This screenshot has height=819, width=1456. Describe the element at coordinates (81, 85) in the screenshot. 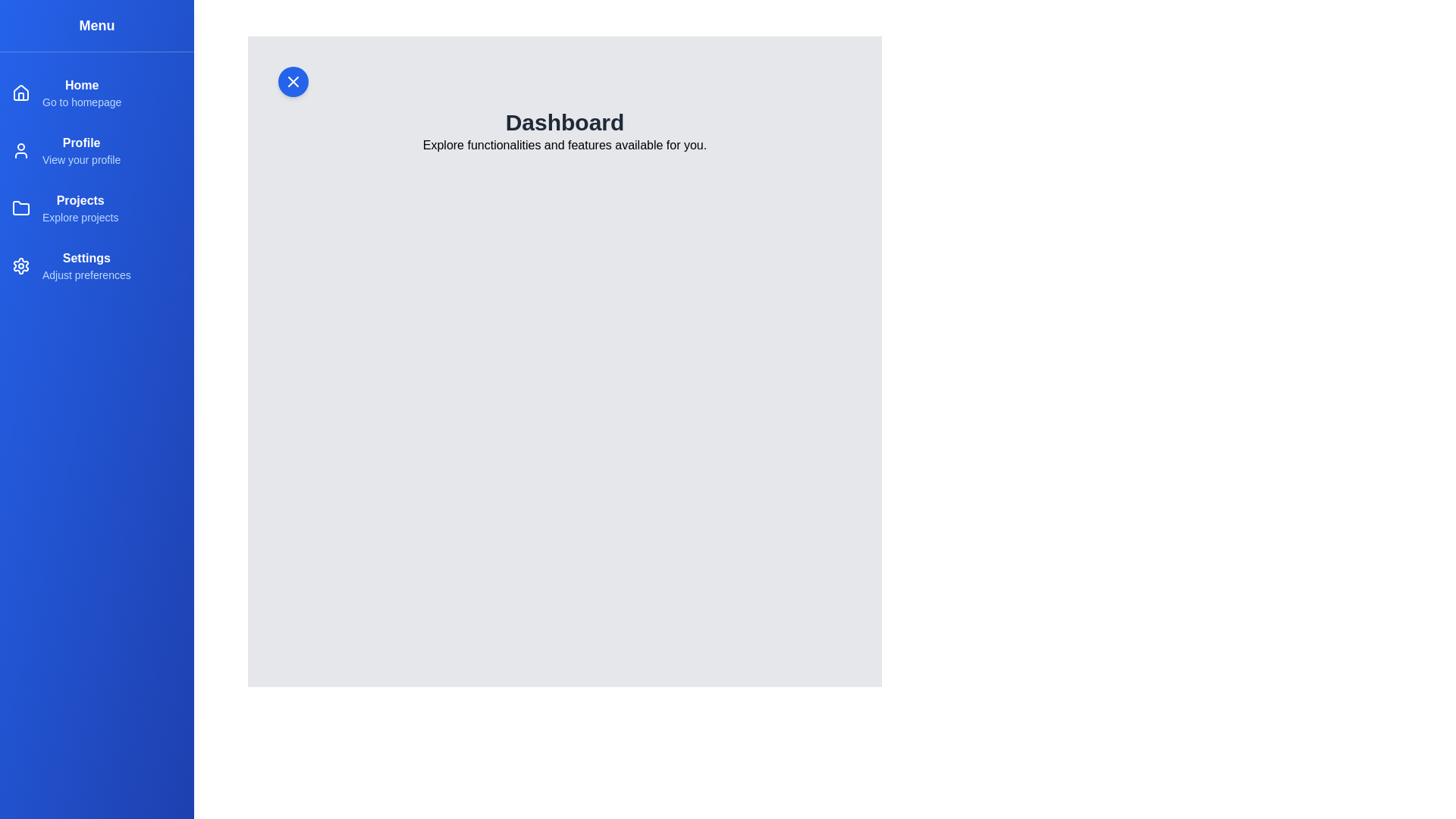

I see `the menu item Home to navigate` at that location.